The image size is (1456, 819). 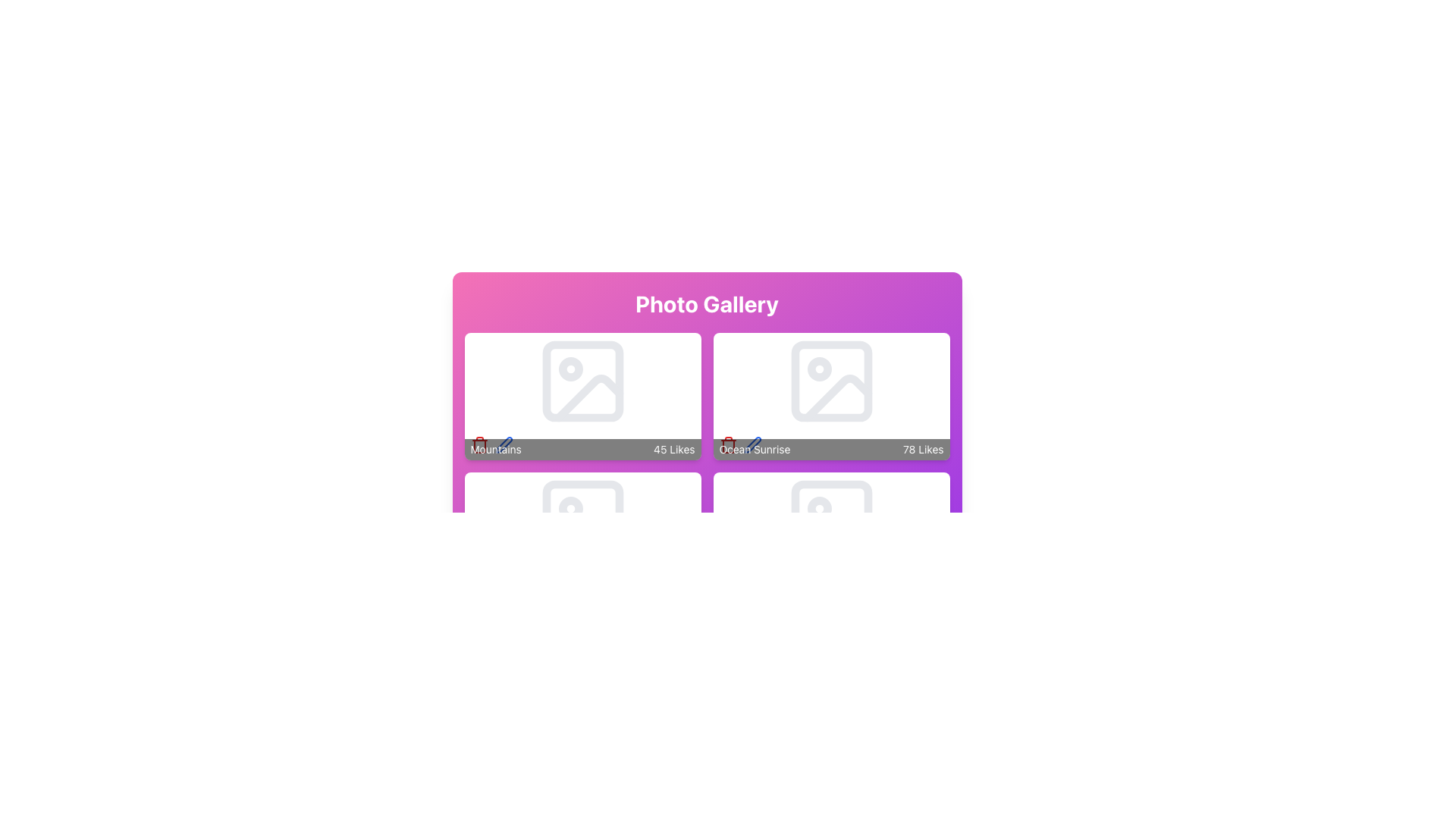 I want to click on the image placeholder icon located in the photo gallery interface, centered above the 'Ocean Sunrise' and '78 Likes' text in the card, so click(x=830, y=380).